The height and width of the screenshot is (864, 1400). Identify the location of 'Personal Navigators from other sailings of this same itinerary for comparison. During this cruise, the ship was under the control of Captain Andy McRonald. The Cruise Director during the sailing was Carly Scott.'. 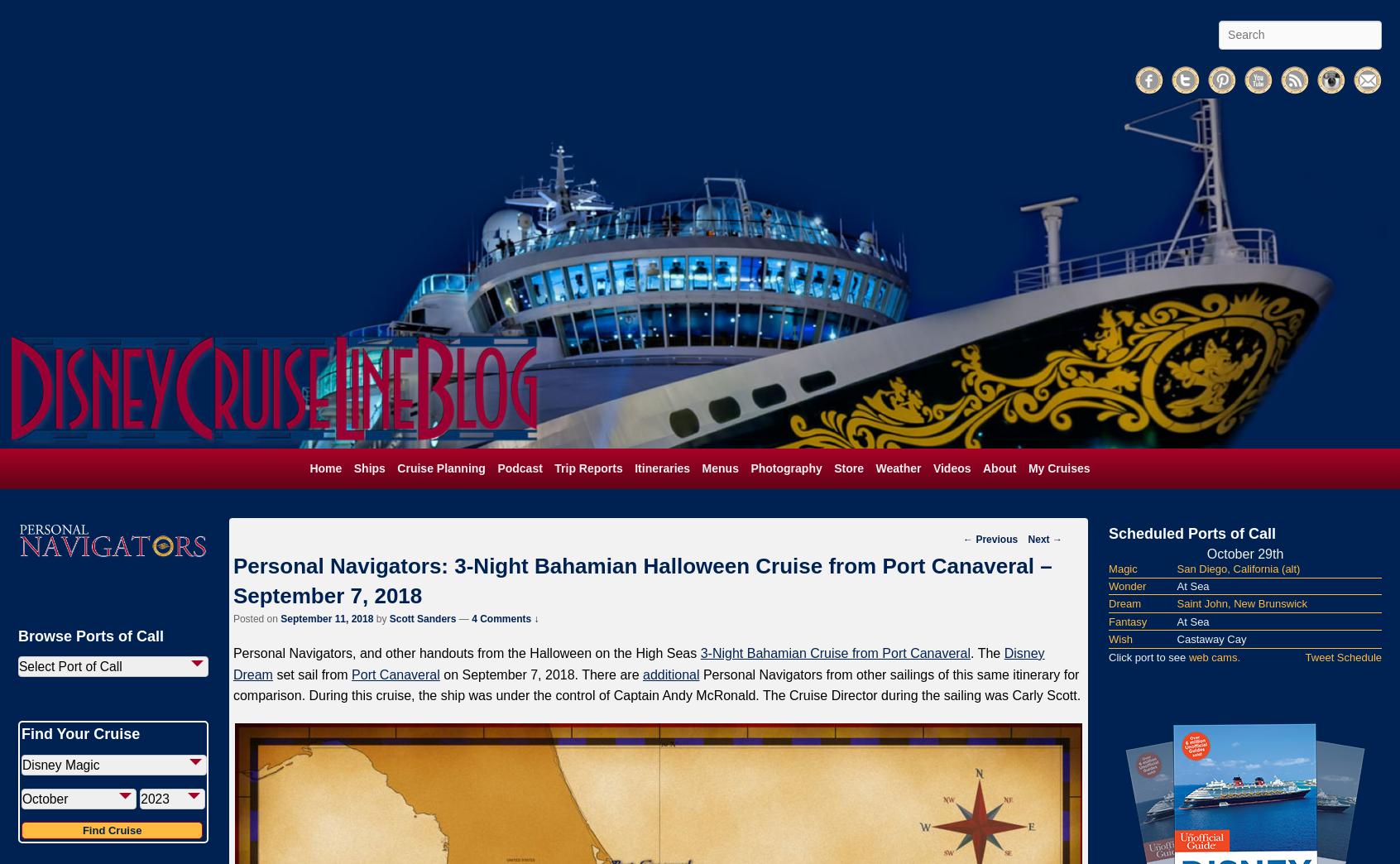
(233, 684).